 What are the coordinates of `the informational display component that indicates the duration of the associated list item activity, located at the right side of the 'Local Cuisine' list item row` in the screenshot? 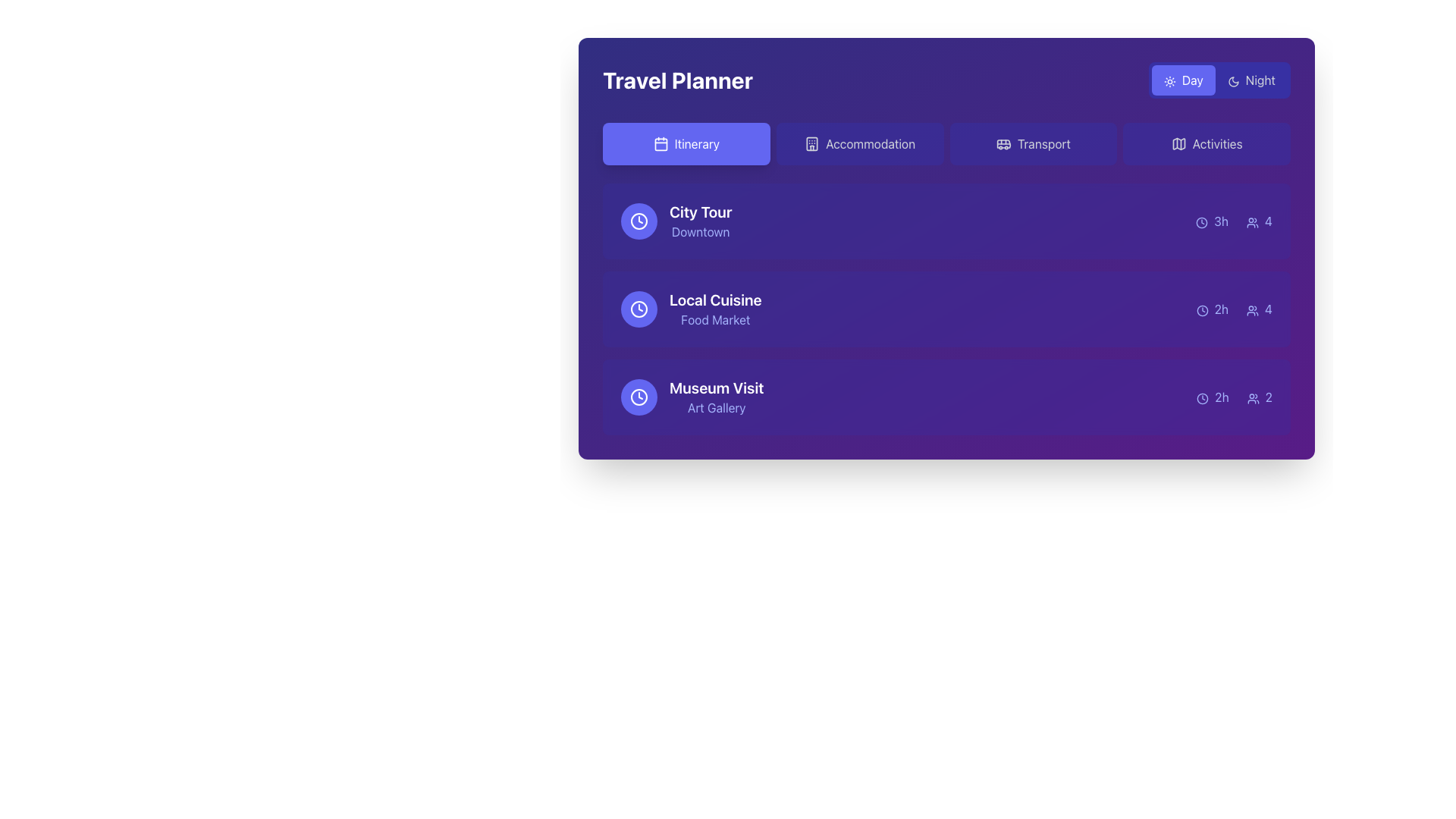 It's located at (1211, 309).